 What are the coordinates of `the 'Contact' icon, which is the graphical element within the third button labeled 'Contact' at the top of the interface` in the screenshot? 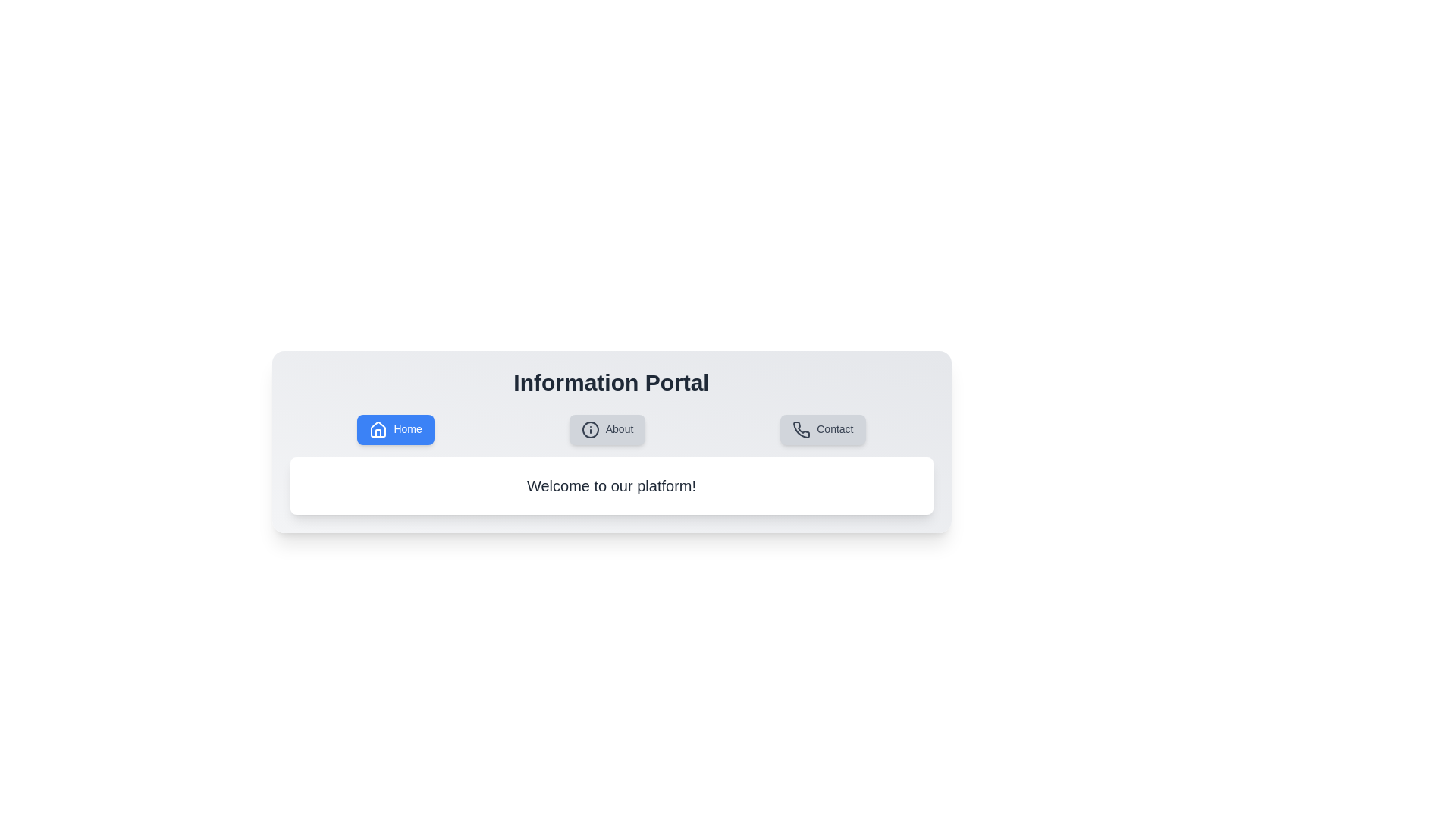 It's located at (801, 430).